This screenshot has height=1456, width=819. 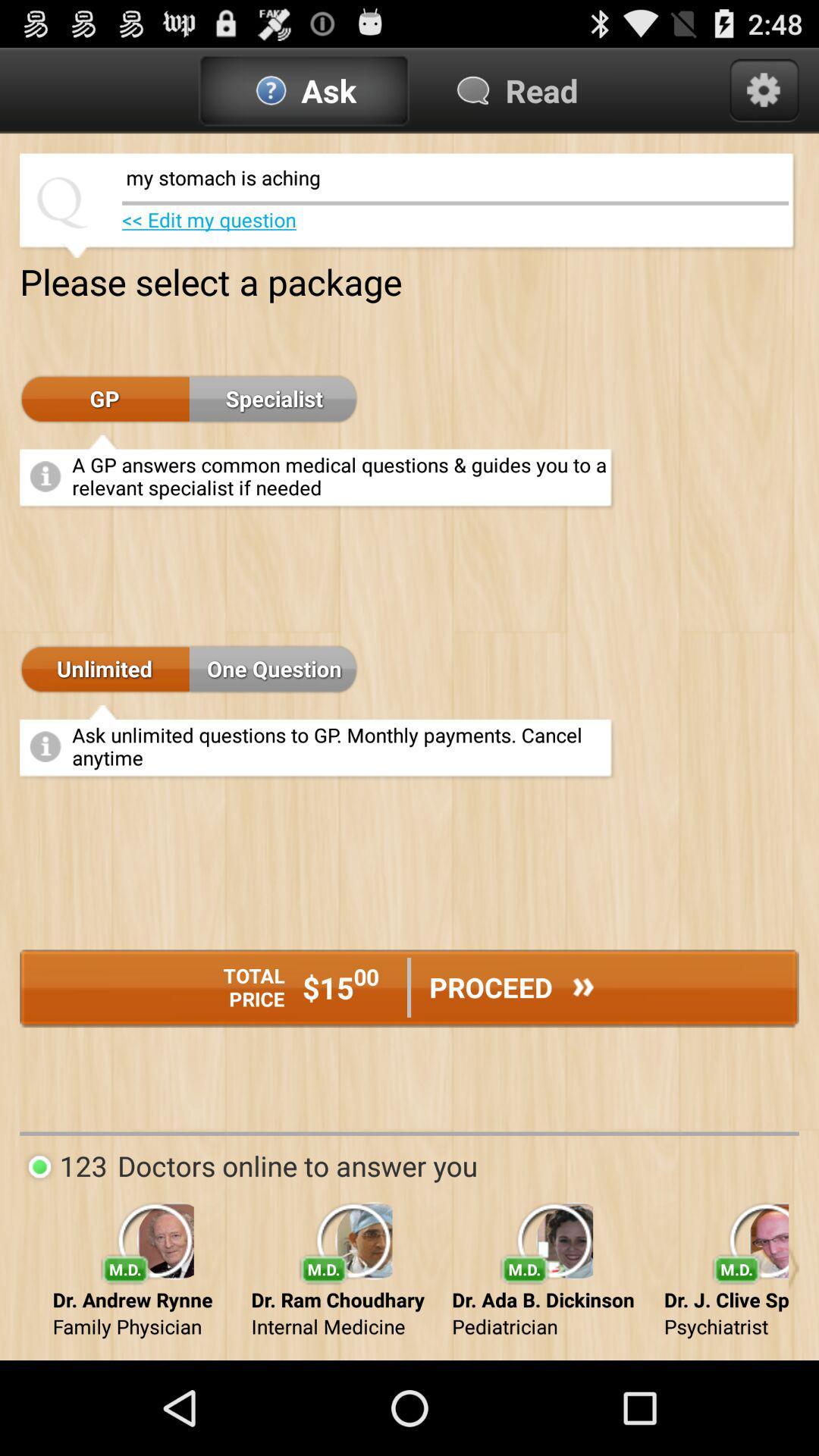 What do you see at coordinates (274, 669) in the screenshot?
I see `the icon to the right of the unlimited icon` at bounding box center [274, 669].